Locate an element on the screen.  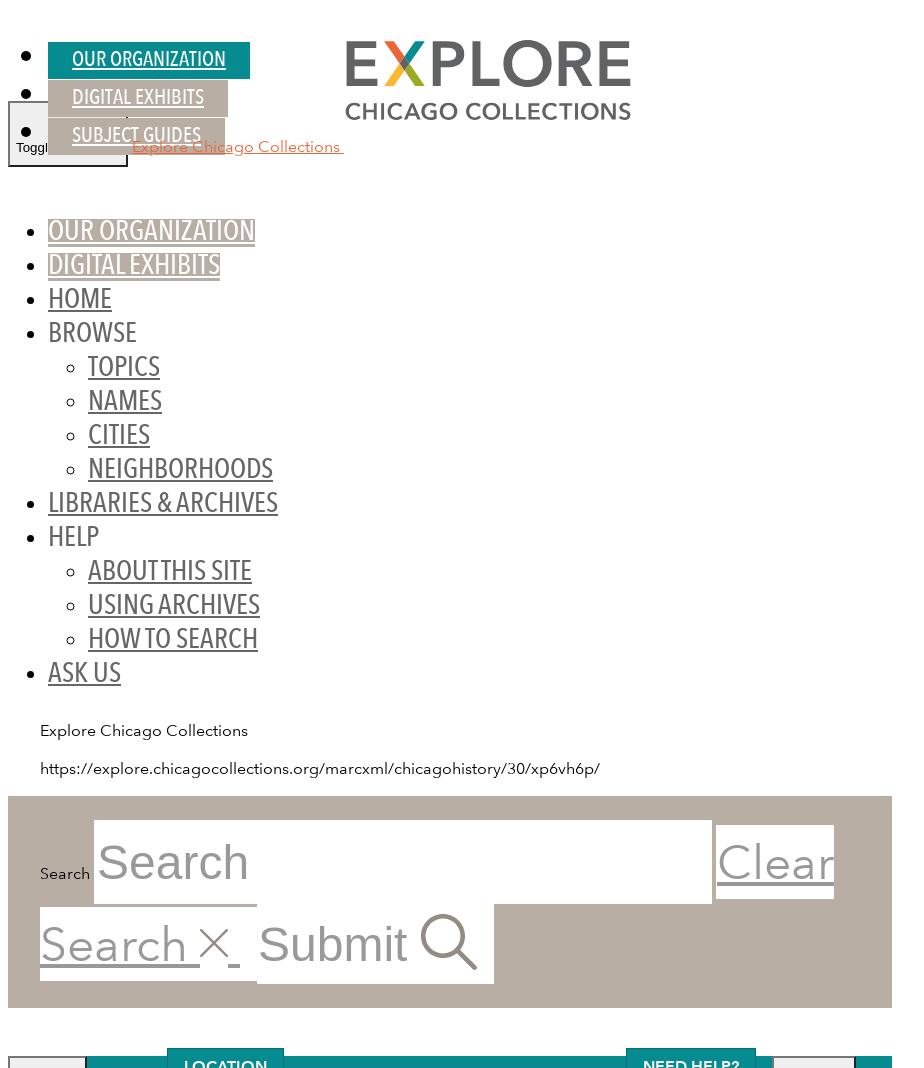
'Names' is located at coordinates (125, 402).